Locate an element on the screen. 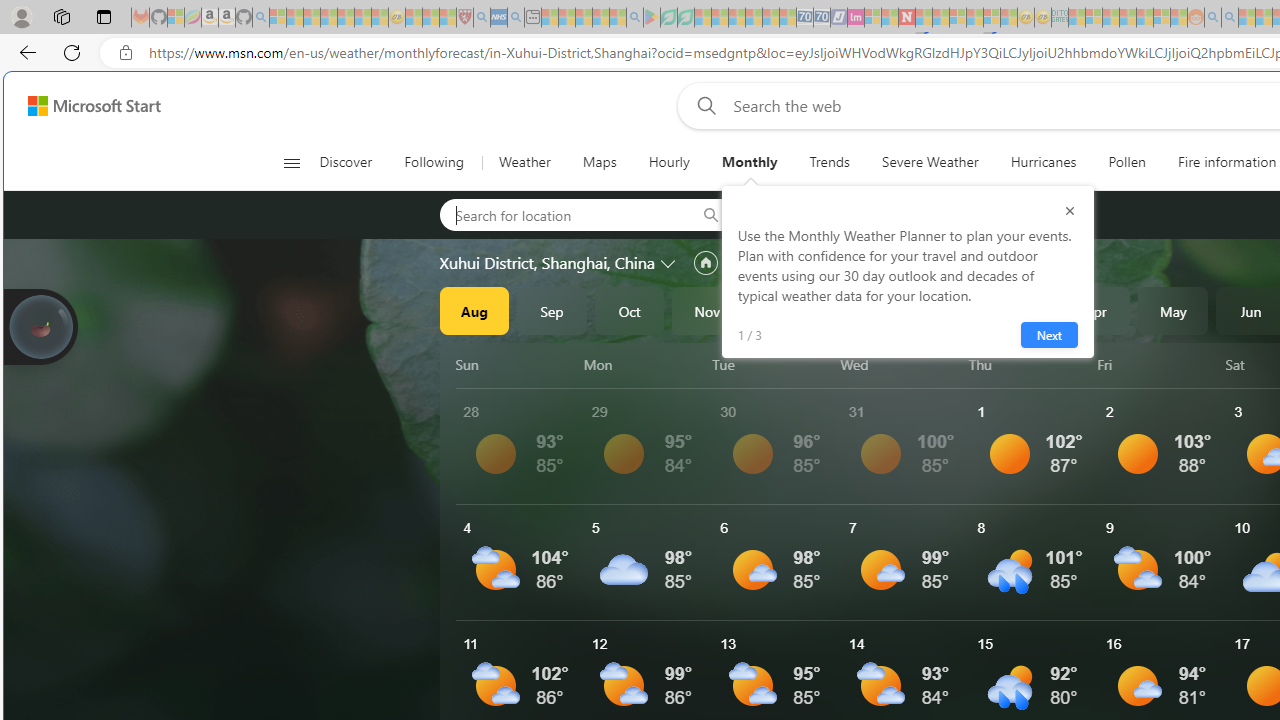 This screenshot has width=1280, height=720. 'Class: button-glyph' is located at coordinates (290, 162).